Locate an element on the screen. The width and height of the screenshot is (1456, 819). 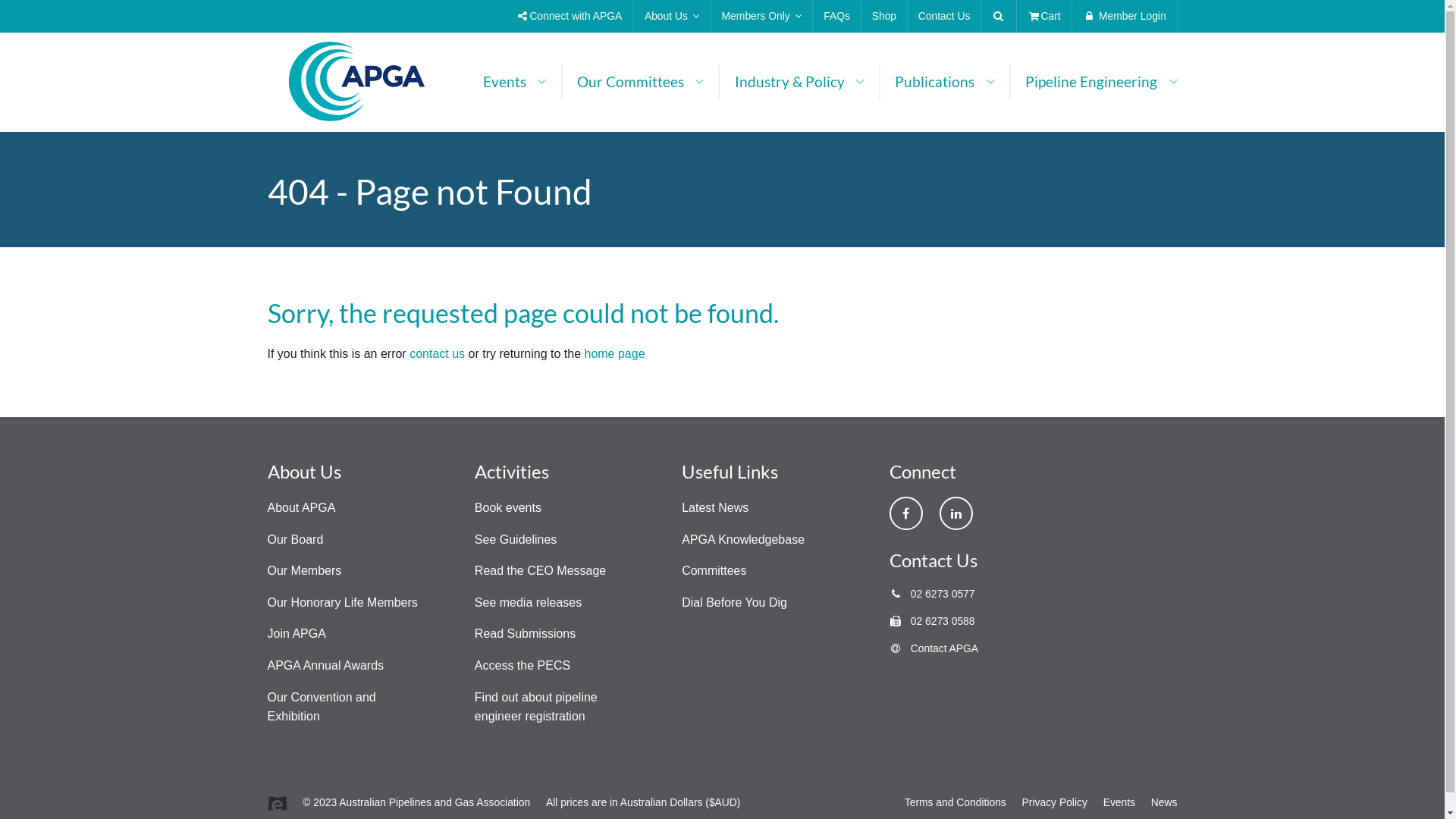
'Book events' is located at coordinates (508, 507).